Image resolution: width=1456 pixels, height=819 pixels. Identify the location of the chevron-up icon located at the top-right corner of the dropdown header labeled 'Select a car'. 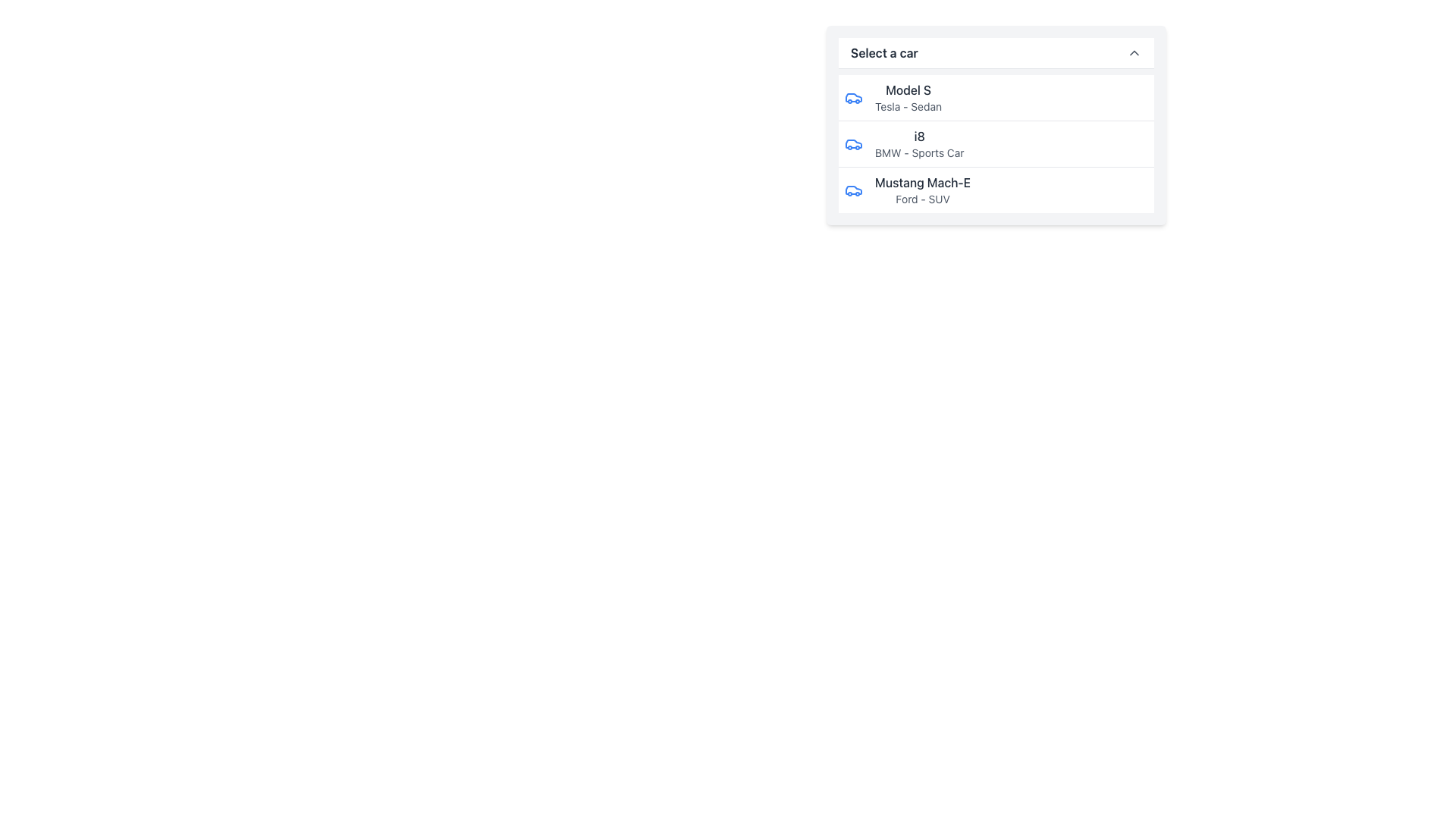
(1134, 52).